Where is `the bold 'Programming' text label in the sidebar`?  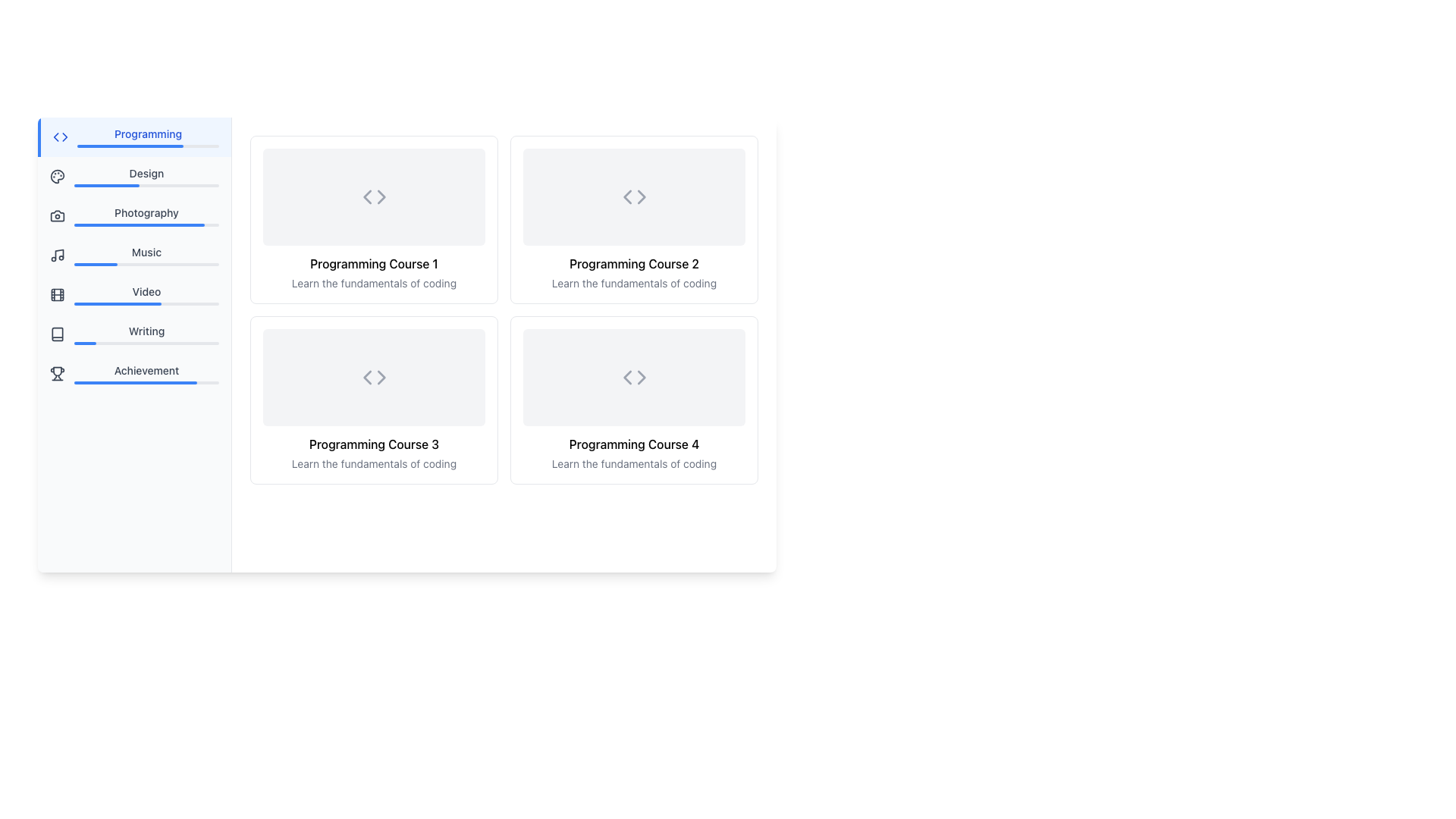 the bold 'Programming' text label in the sidebar is located at coordinates (148, 137).